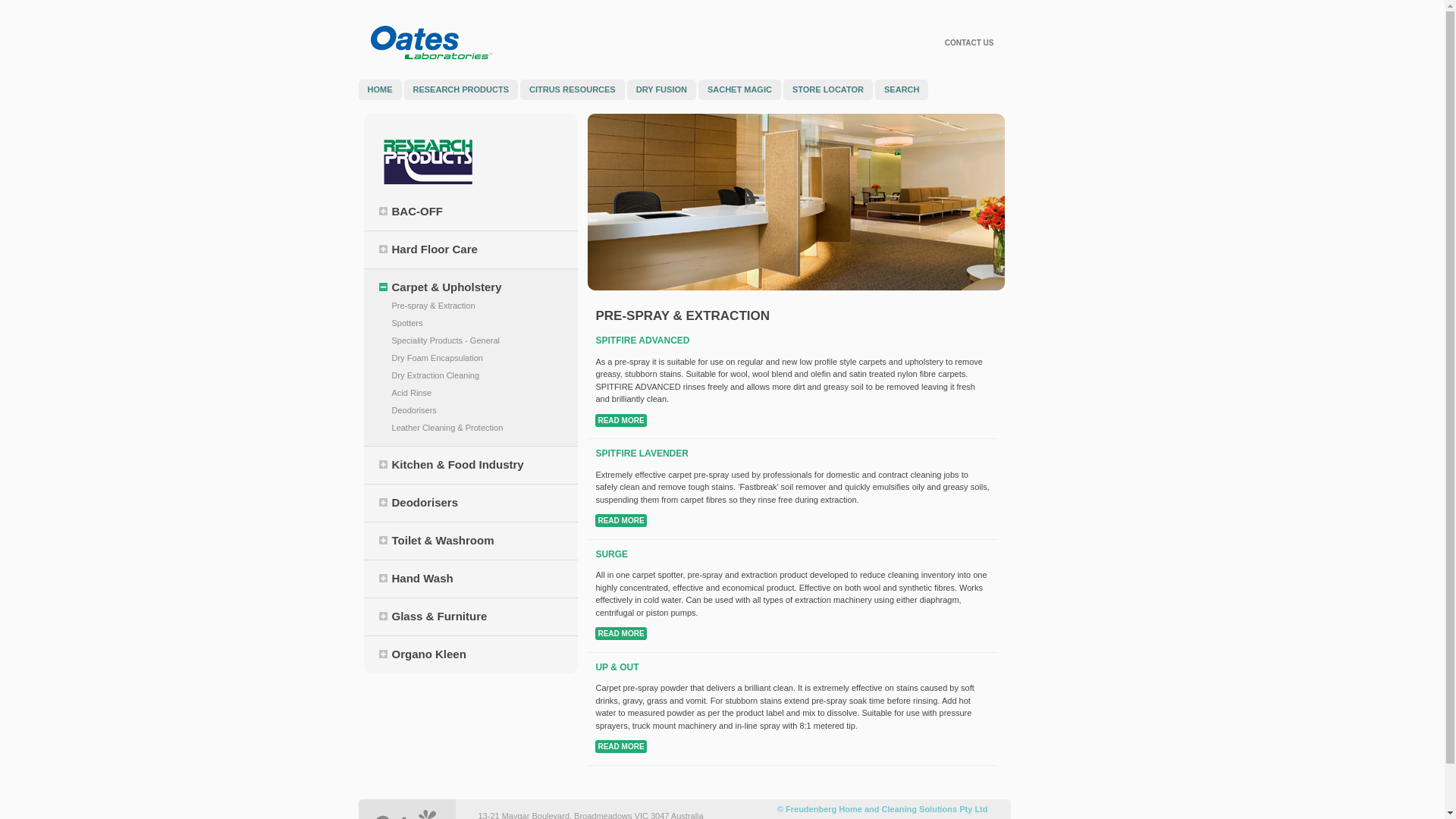 The height and width of the screenshot is (819, 1456). What do you see at coordinates (447, 427) in the screenshot?
I see `'Leather Cleaning & Protection'` at bounding box center [447, 427].